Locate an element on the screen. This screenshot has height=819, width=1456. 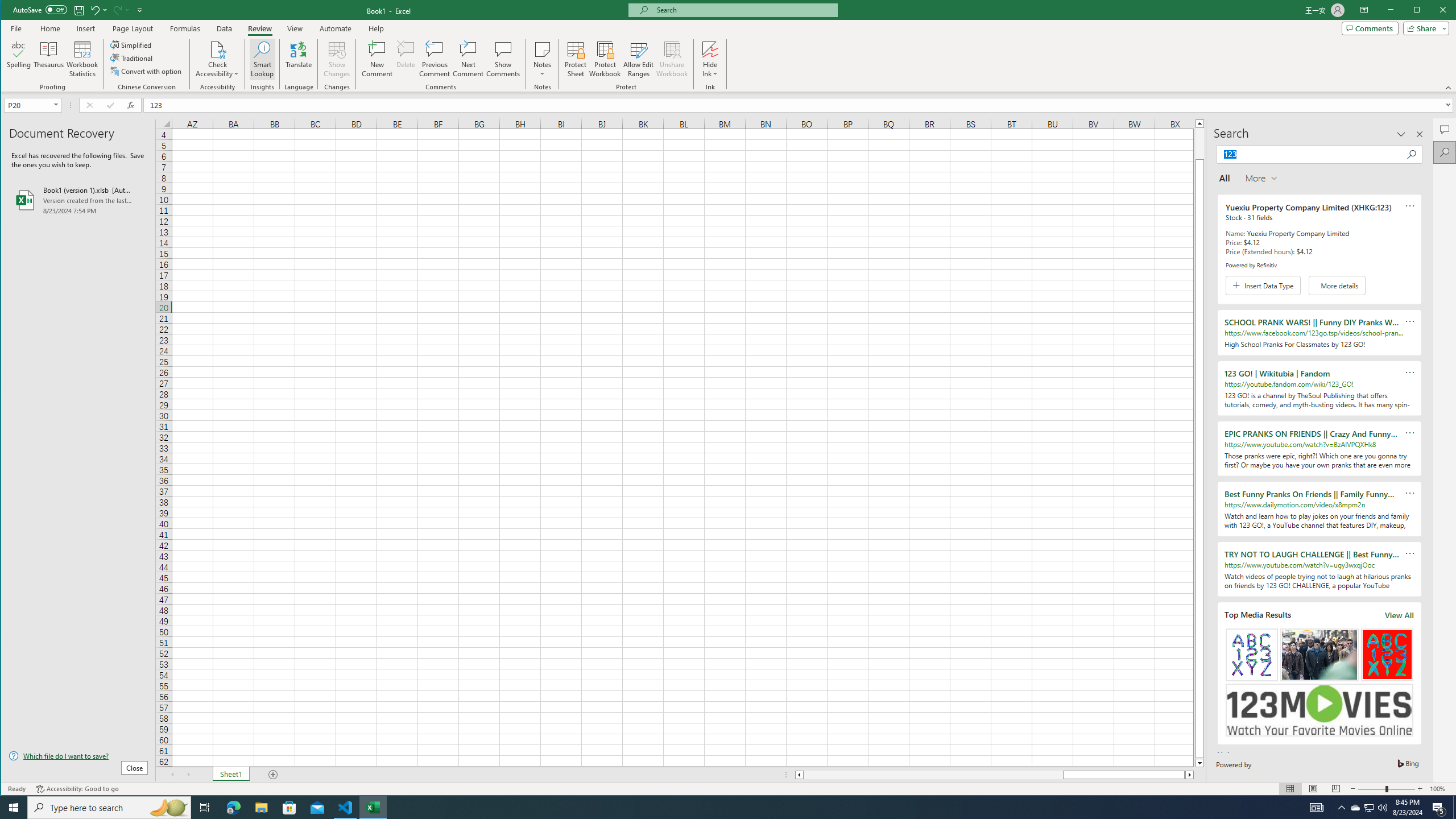
'Workbook Statistics' is located at coordinates (81, 59).